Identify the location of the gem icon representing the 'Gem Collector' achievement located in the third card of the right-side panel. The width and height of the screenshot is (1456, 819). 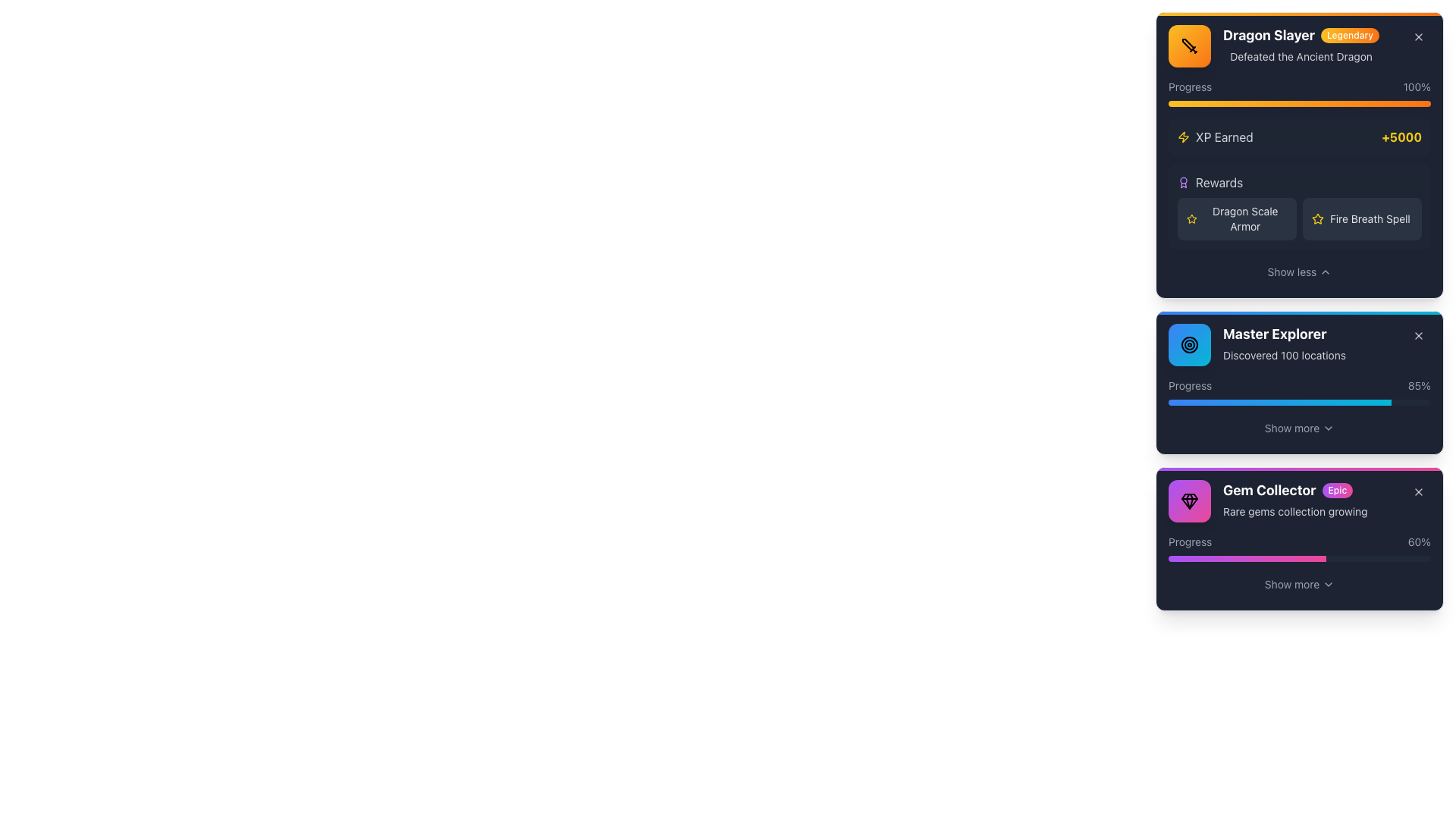
(1189, 501).